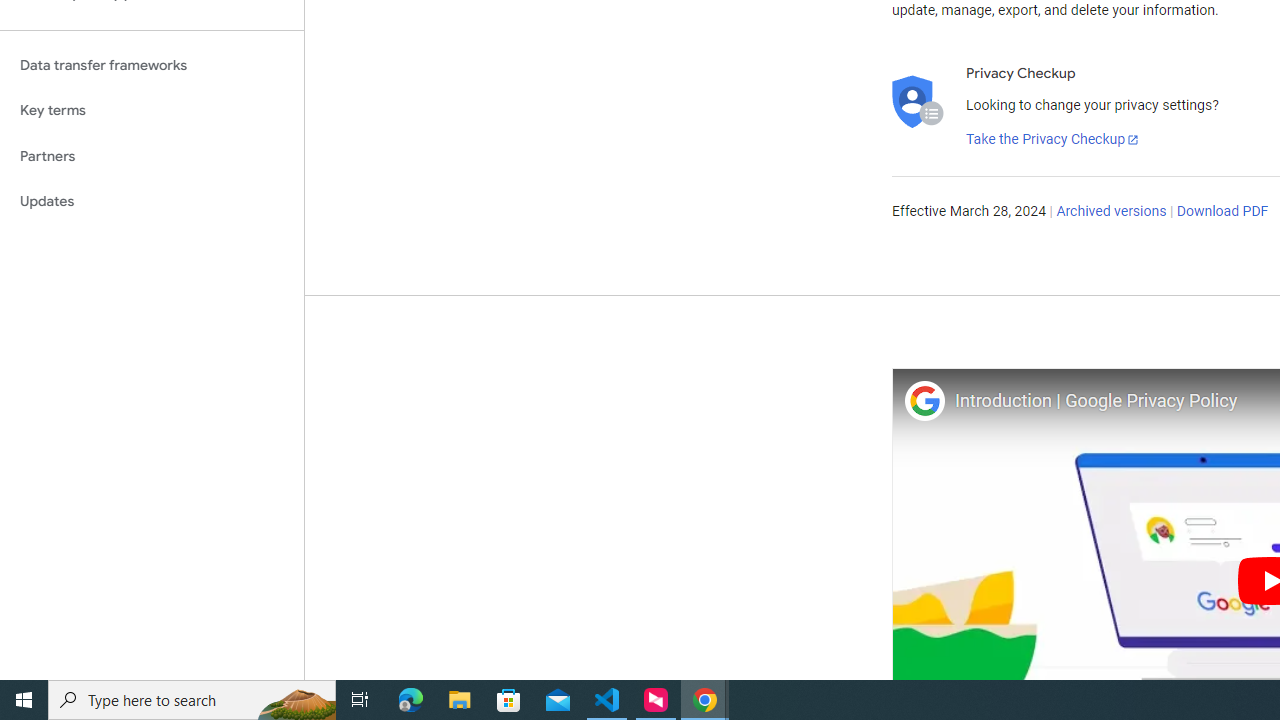 The height and width of the screenshot is (720, 1280). I want to click on 'Partners', so click(151, 155).